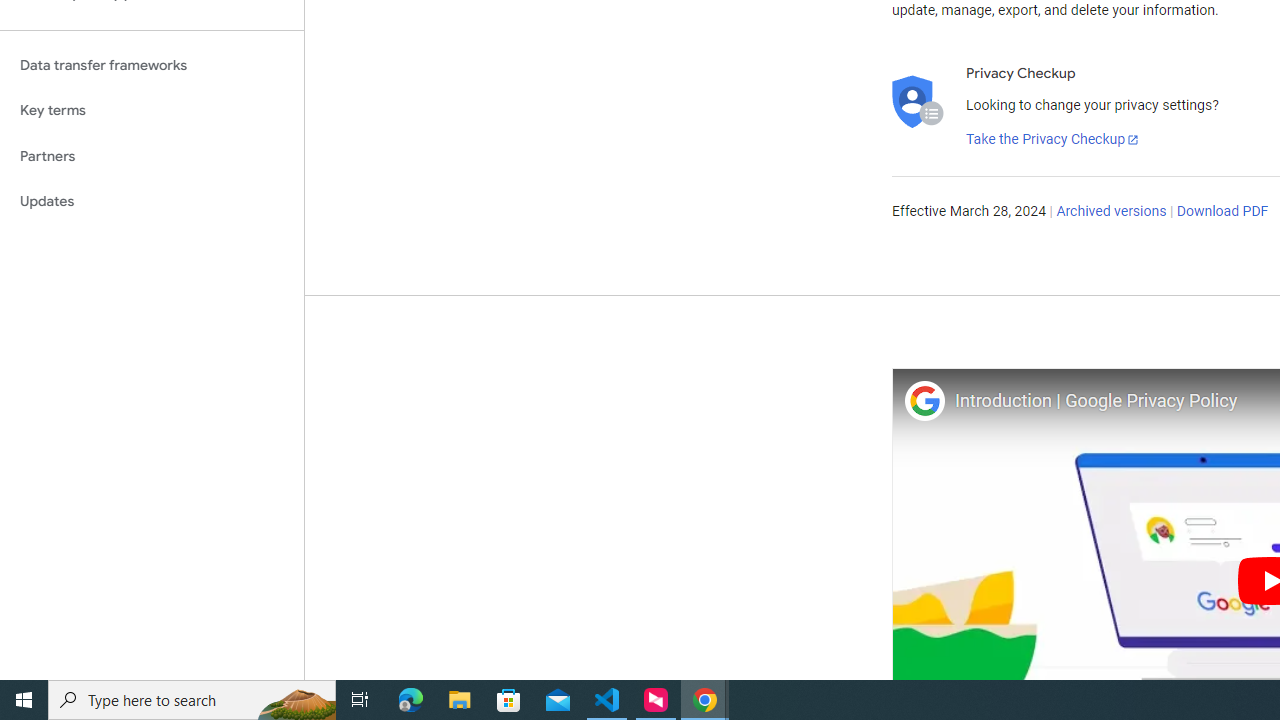 The height and width of the screenshot is (720, 1280). I want to click on 'Partners', so click(151, 155).